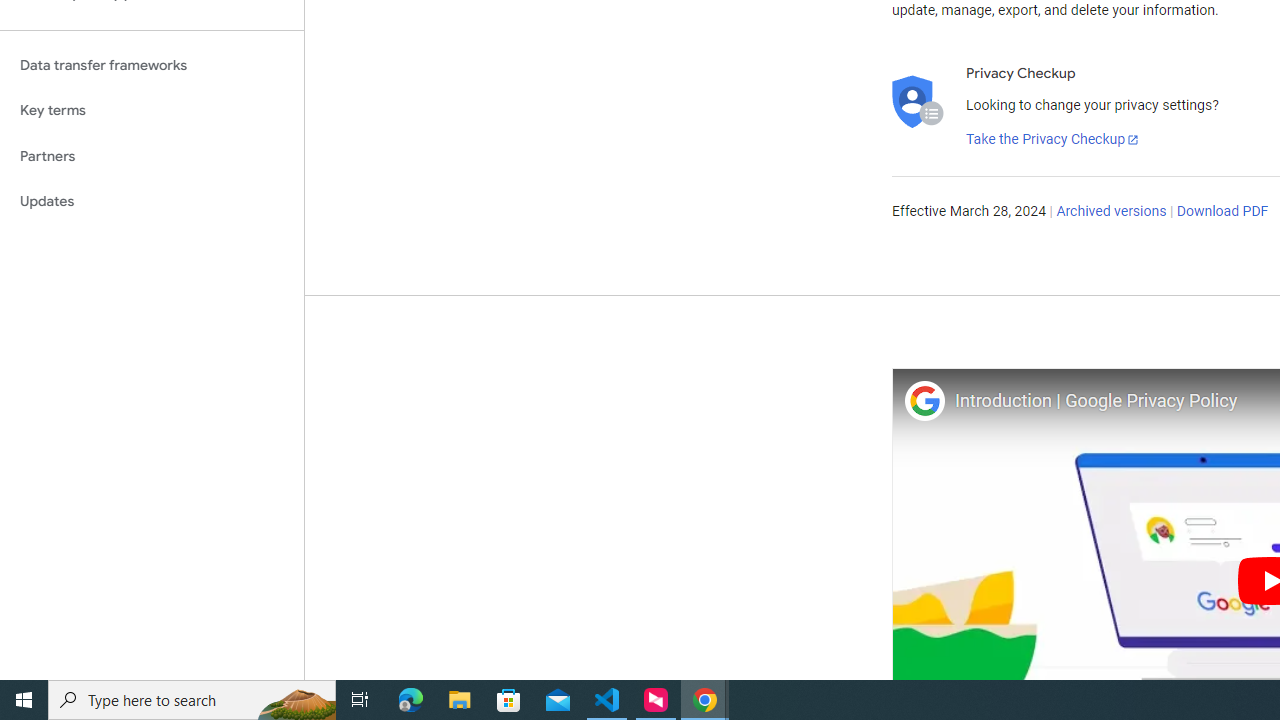 The height and width of the screenshot is (720, 1280). I want to click on 'Partners', so click(151, 155).